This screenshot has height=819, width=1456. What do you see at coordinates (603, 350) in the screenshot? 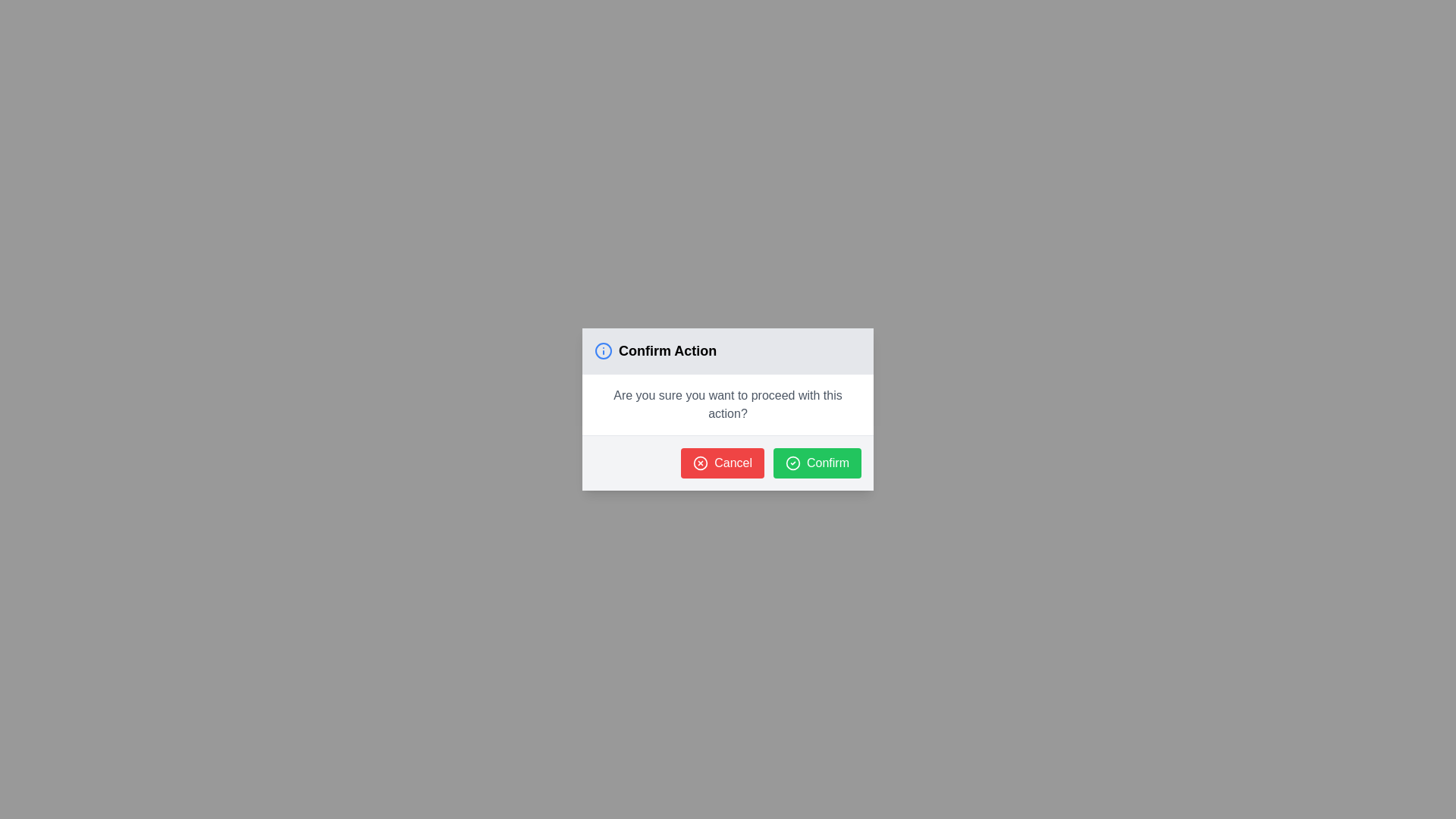
I see `the icon positioned to the left of the text label 'Confirm Action' for visual guidance` at bounding box center [603, 350].